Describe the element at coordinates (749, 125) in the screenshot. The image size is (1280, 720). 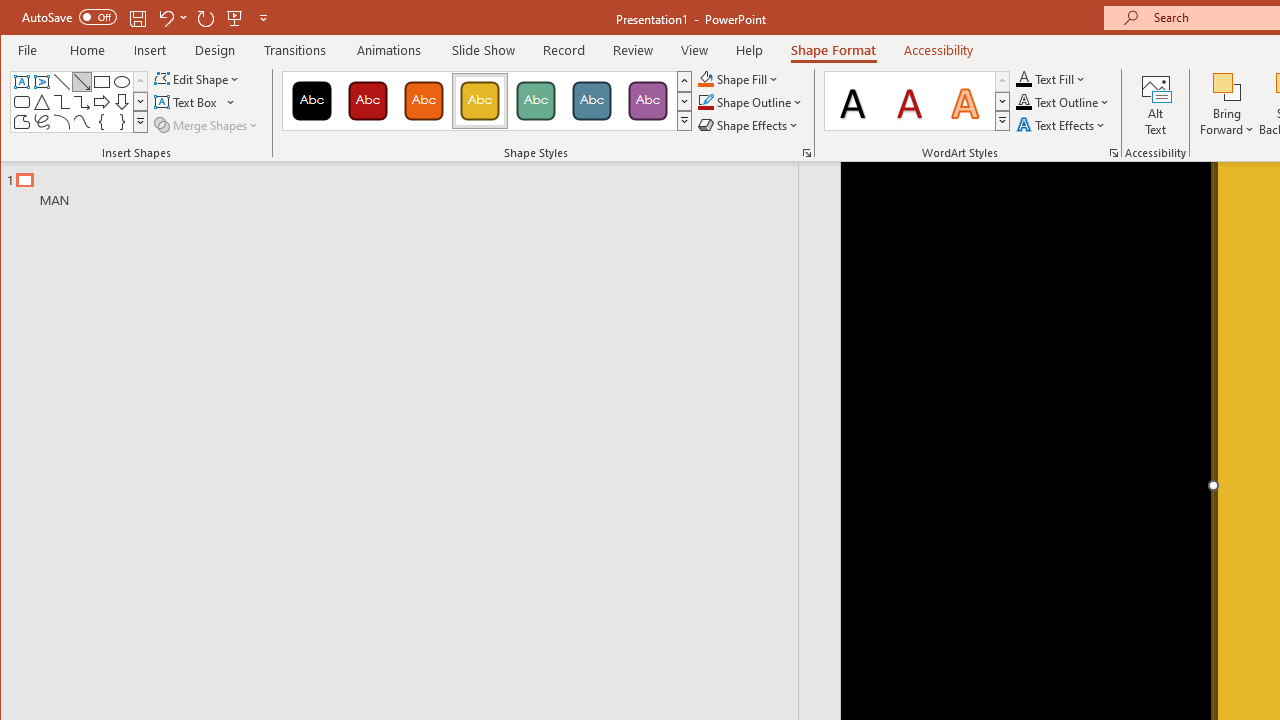
I see `'Shape Effects'` at that location.